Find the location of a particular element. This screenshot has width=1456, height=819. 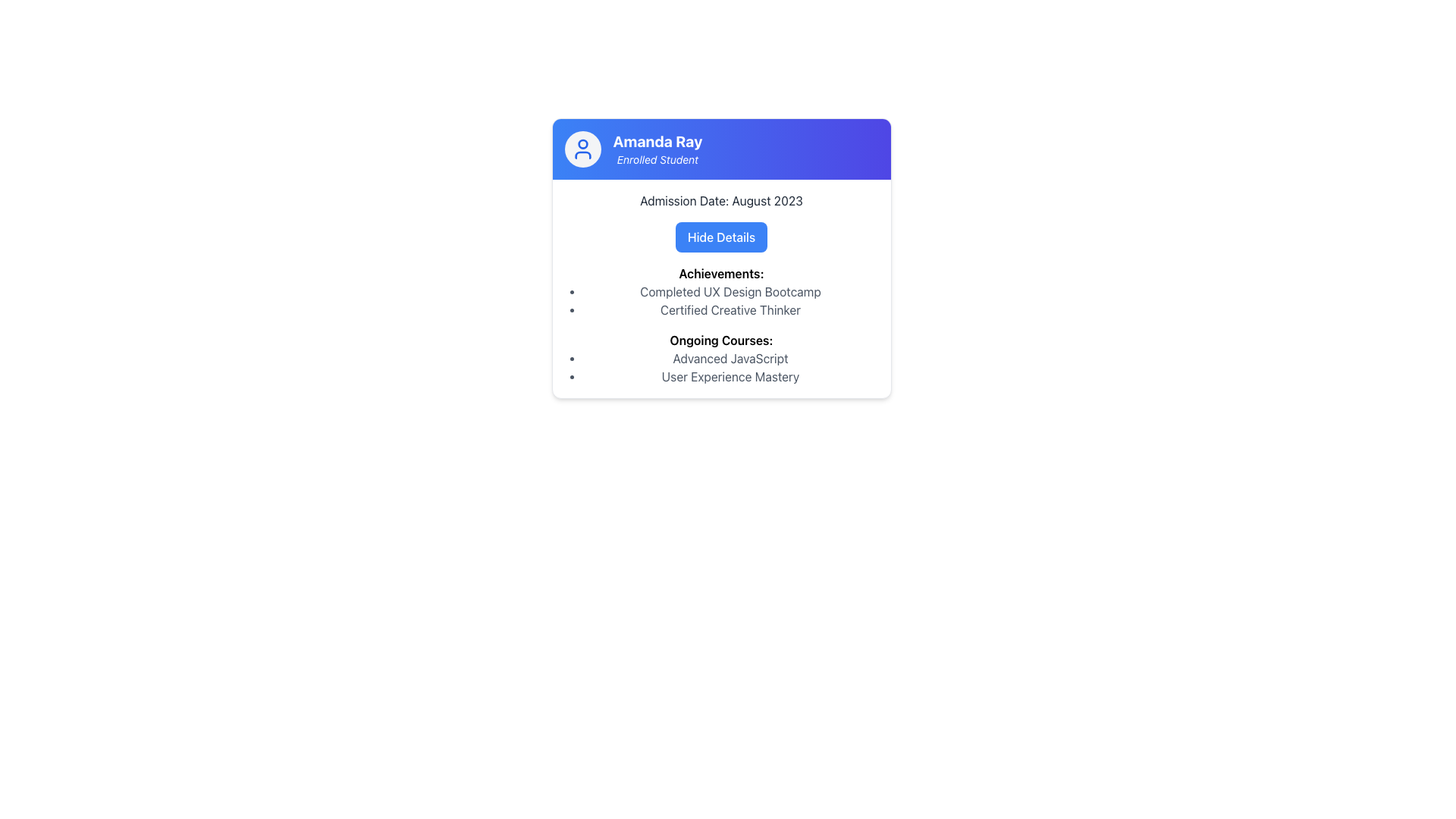

the circular SVG sub-element that is part of the user avatar icon located at the top-left corner of the card is located at coordinates (582, 144).